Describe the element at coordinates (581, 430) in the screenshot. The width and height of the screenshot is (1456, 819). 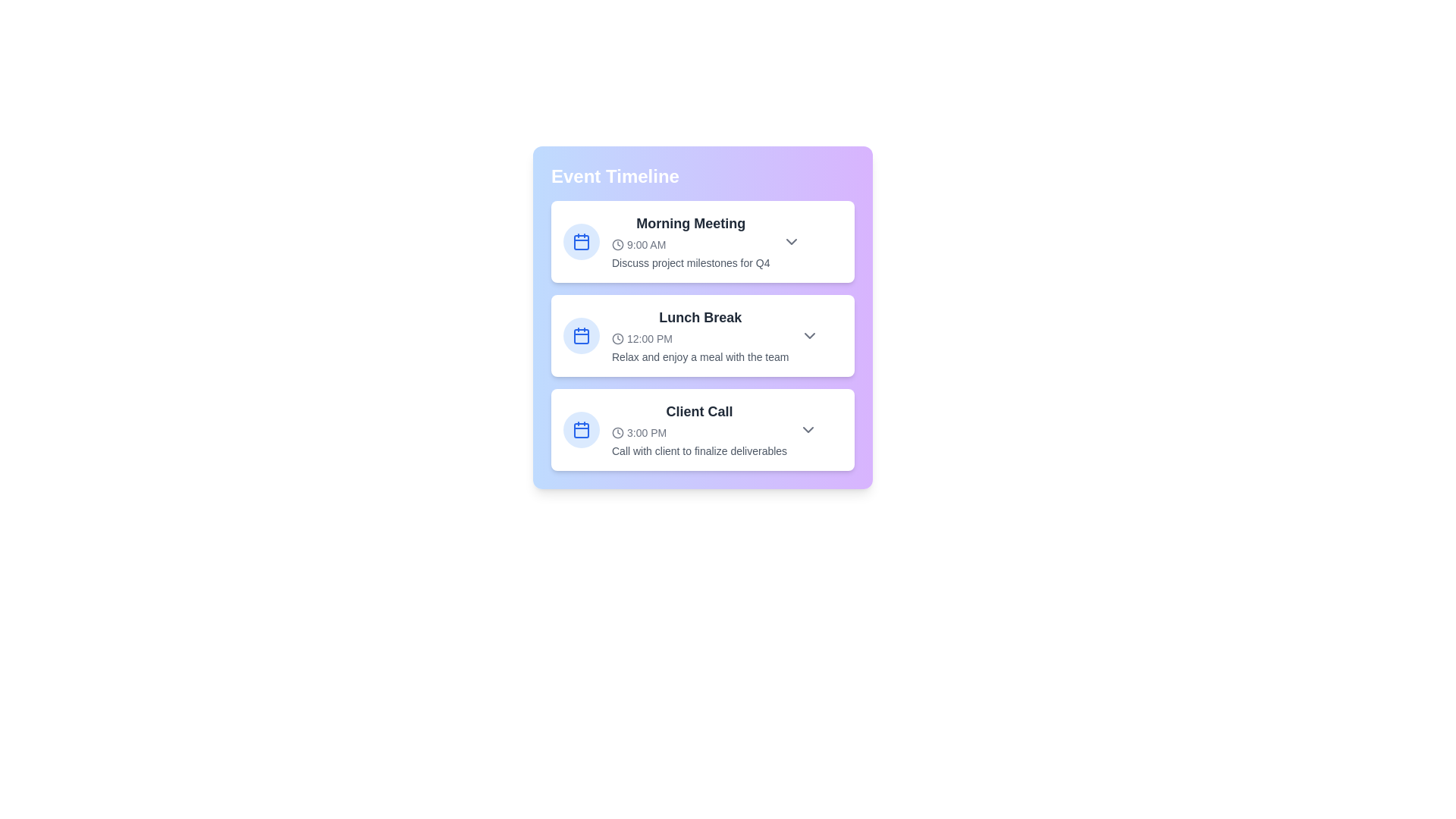
I see `the icon associated with the event Client Call to inspect its details` at that location.